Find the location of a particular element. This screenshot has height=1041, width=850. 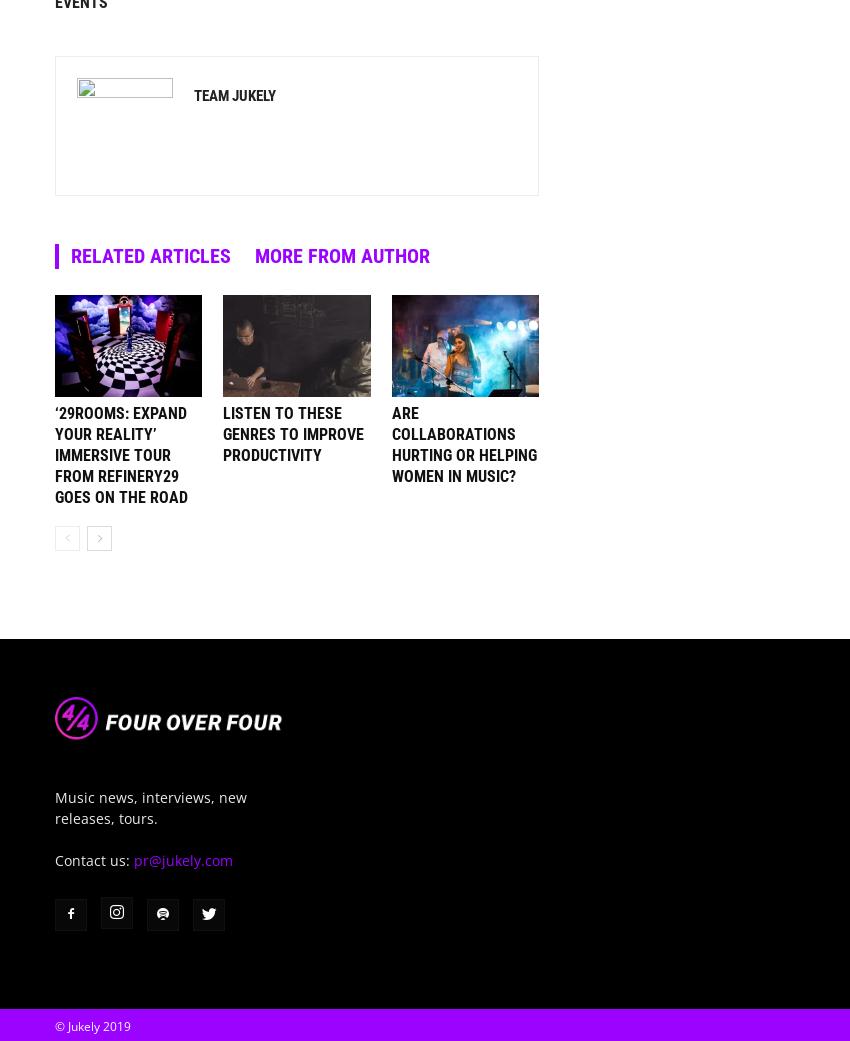

'MORE FROM AUTHOR' is located at coordinates (341, 254).